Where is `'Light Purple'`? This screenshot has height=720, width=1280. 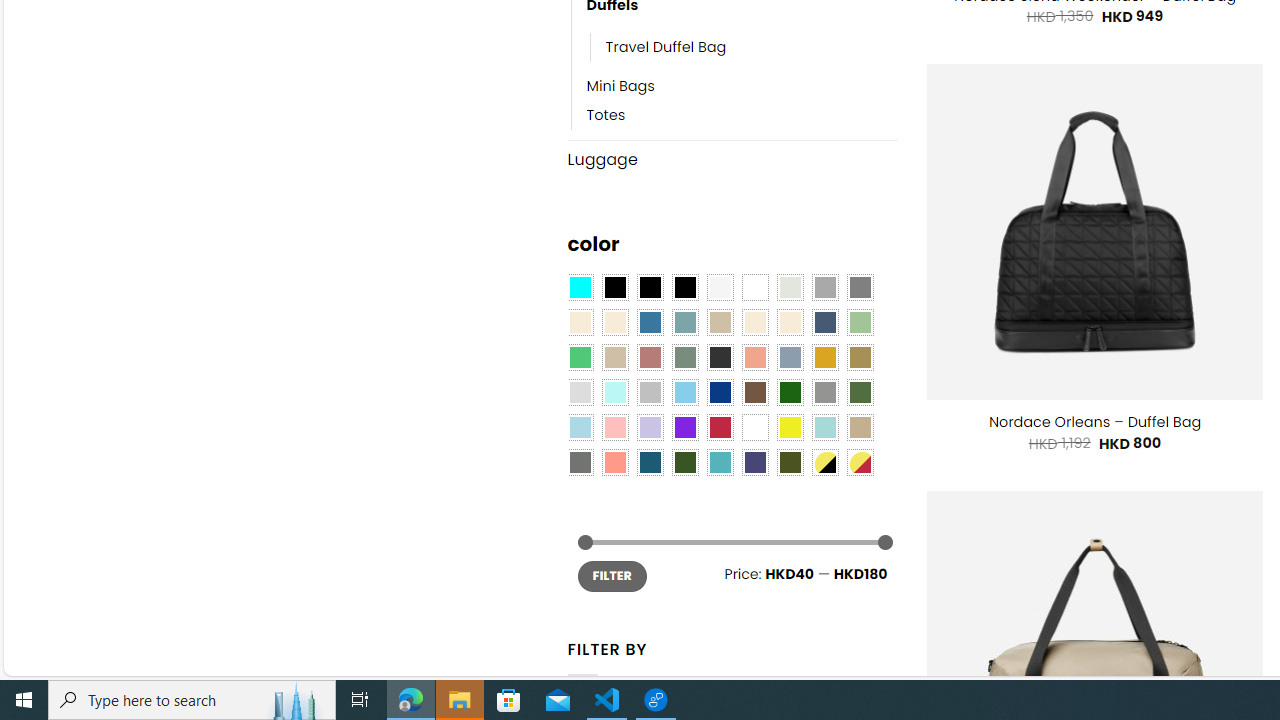
'Light Purple' is located at coordinates (650, 426).